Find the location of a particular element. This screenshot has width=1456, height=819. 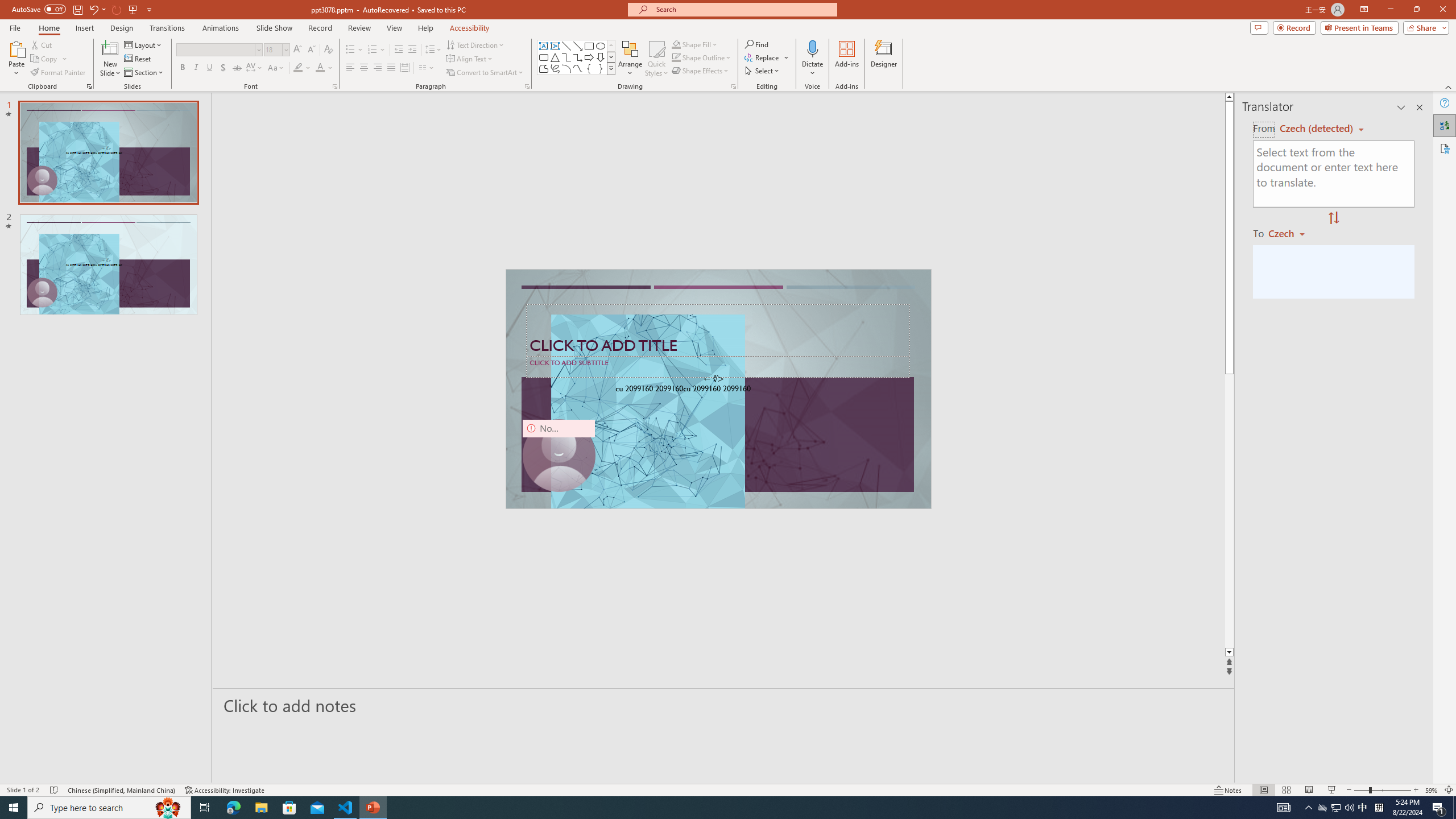

'Underline' is located at coordinates (209, 67).